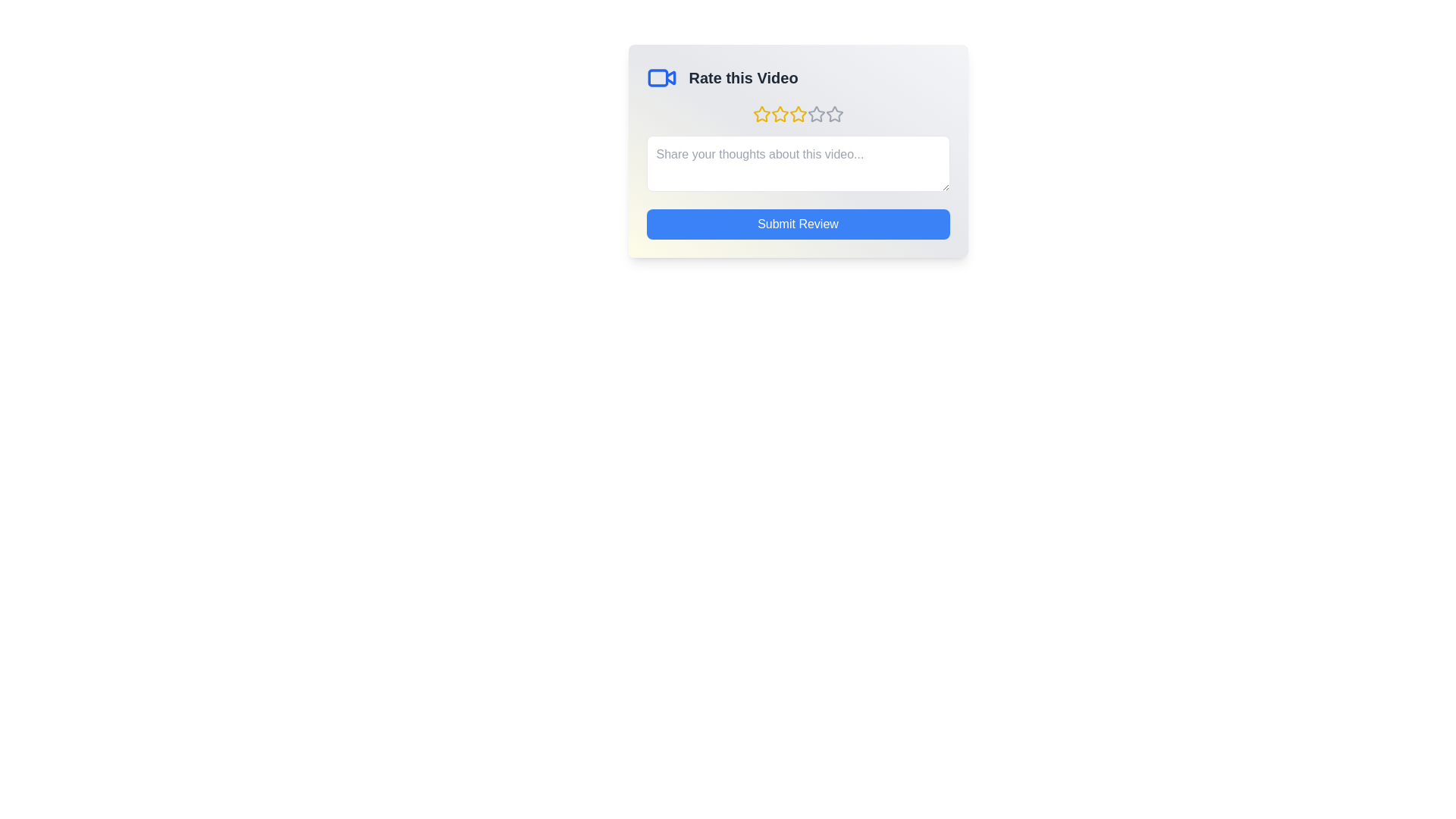 The height and width of the screenshot is (819, 1456). I want to click on the rating to 2 stars by clicking on the respective star, so click(780, 113).